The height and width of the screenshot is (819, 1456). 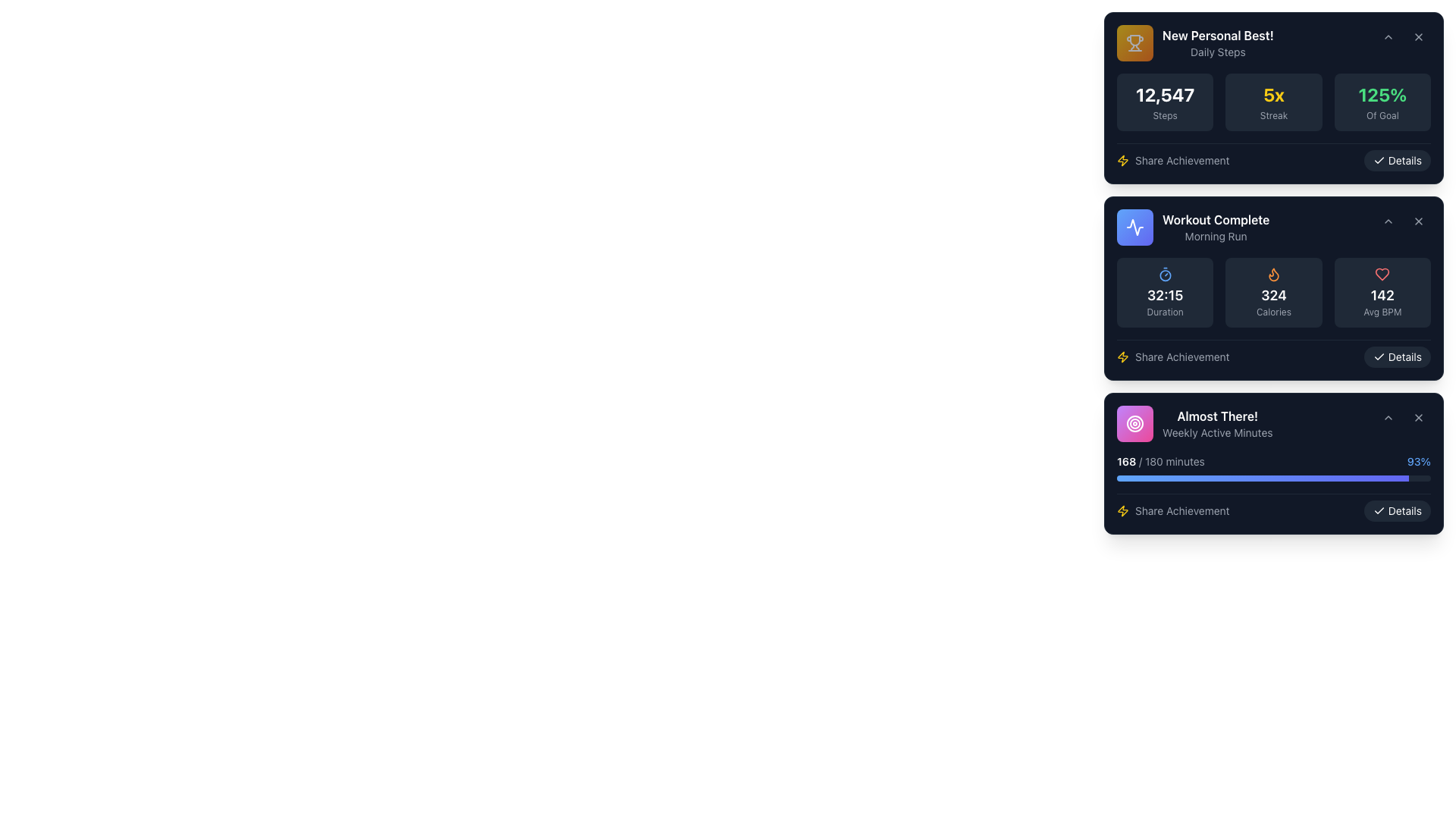 What do you see at coordinates (1218, 52) in the screenshot?
I see `'Daily Steps' text label located in the upper section of the dark-themed card, which is positioned below the 'New Personal Best!' text` at bounding box center [1218, 52].